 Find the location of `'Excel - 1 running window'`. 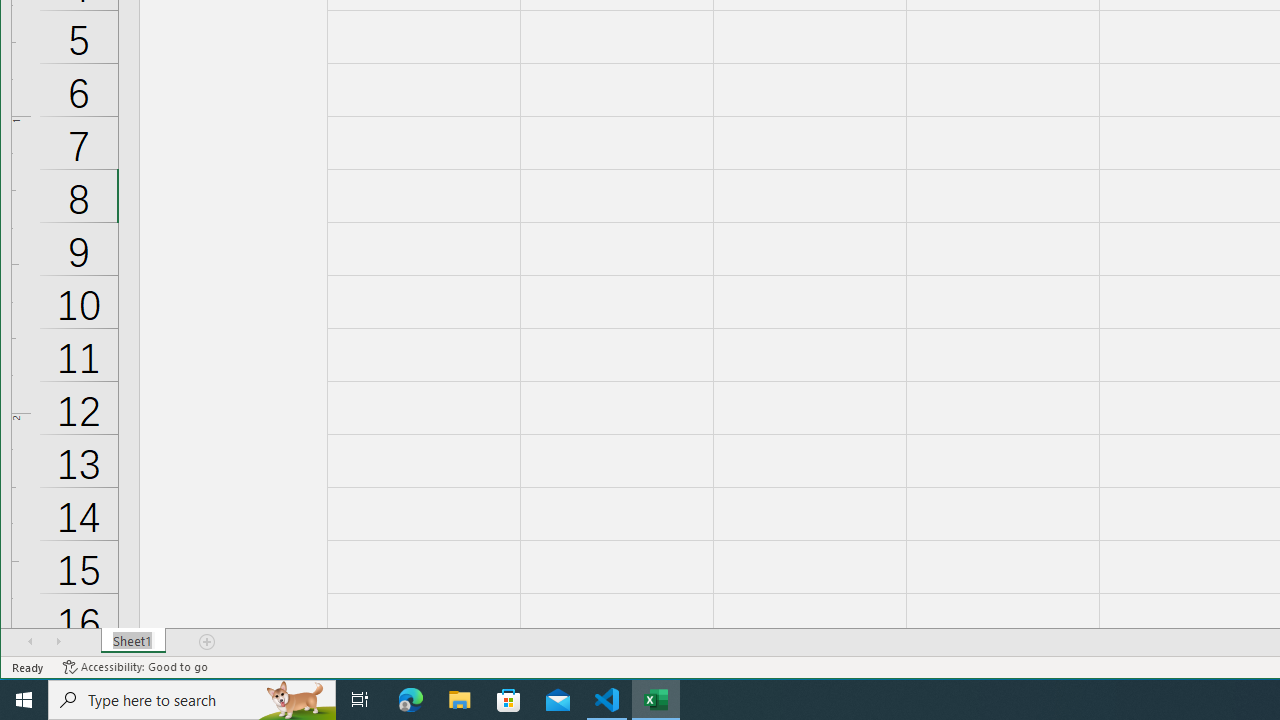

'Excel - 1 running window' is located at coordinates (656, 698).